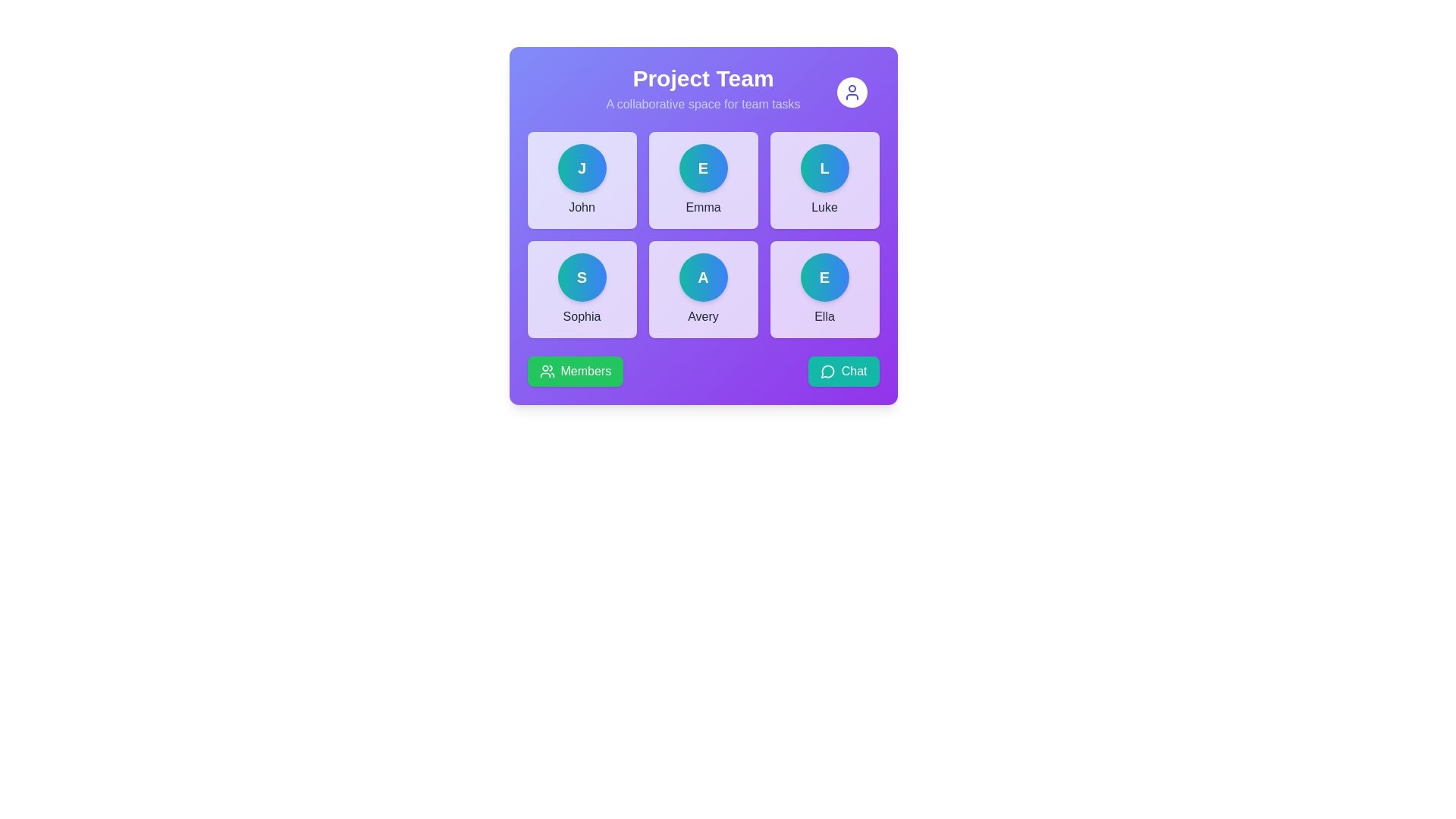  Describe the element at coordinates (824, 315) in the screenshot. I see `the text label located in the rightmost column of the bottom row, which provides the name identifier for the member associated with the avatar above it` at that location.